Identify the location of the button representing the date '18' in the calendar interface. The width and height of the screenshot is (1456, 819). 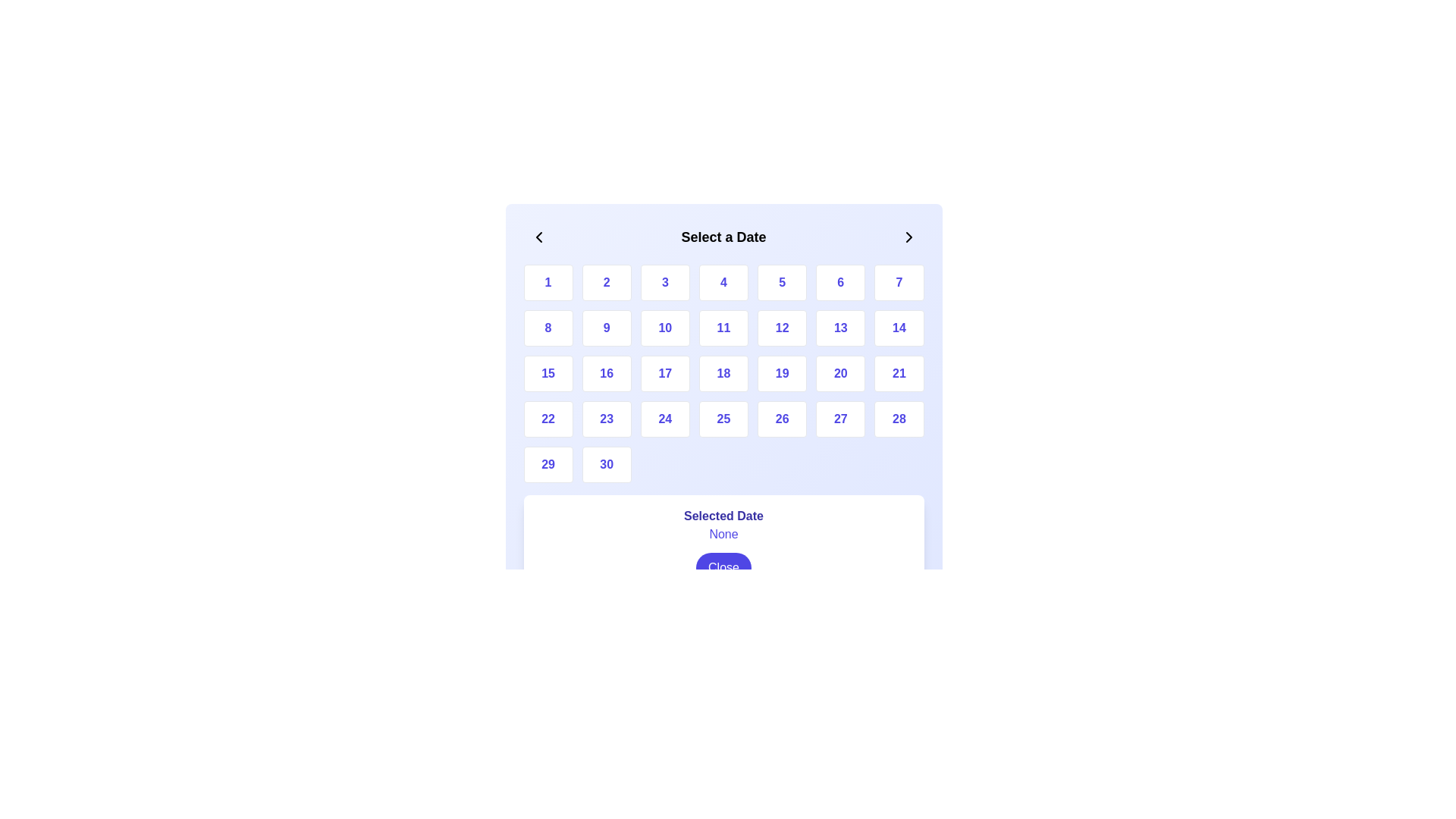
(723, 374).